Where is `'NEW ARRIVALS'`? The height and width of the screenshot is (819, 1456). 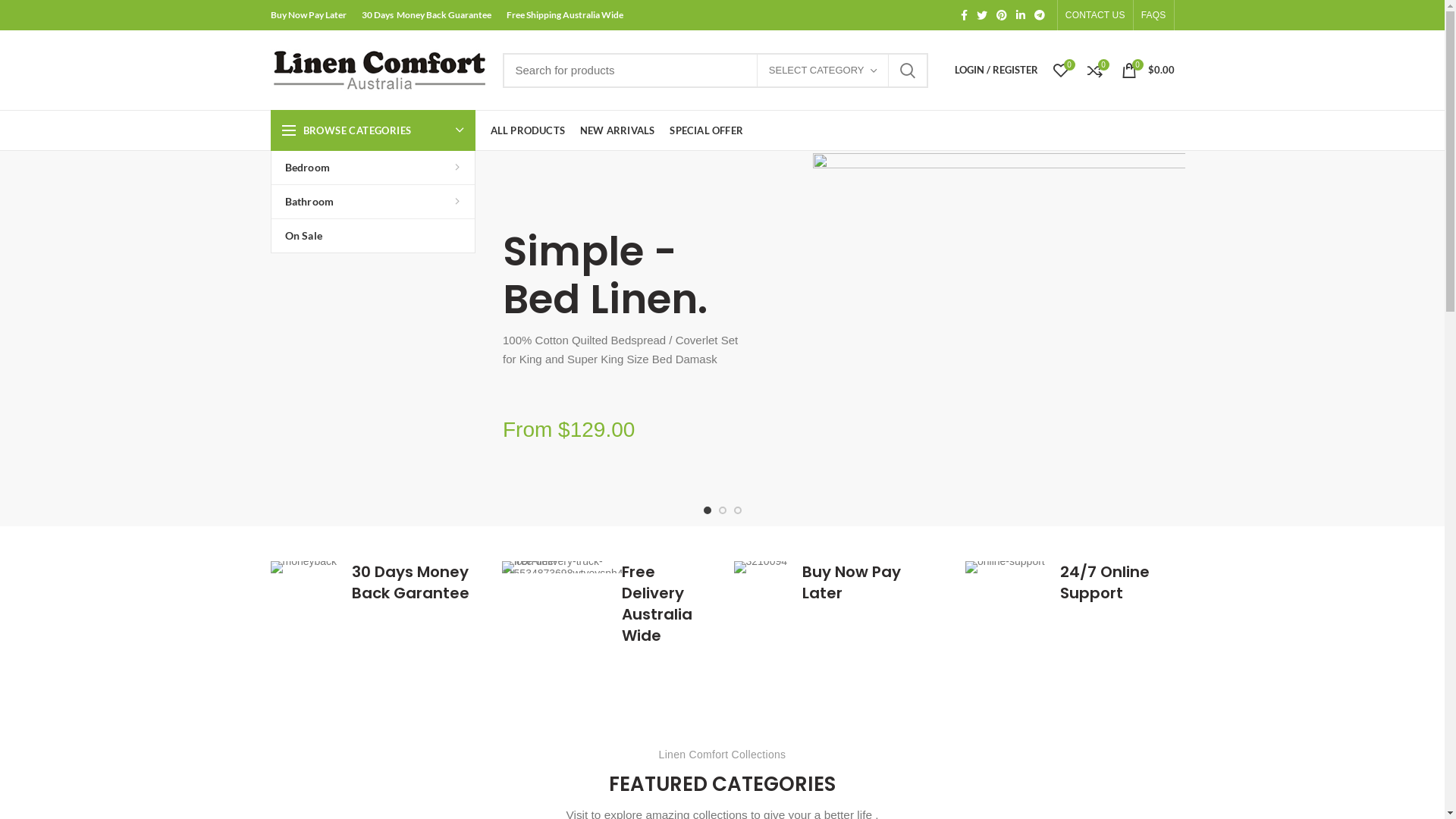
'NEW ARRIVALS' is located at coordinates (617, 130).